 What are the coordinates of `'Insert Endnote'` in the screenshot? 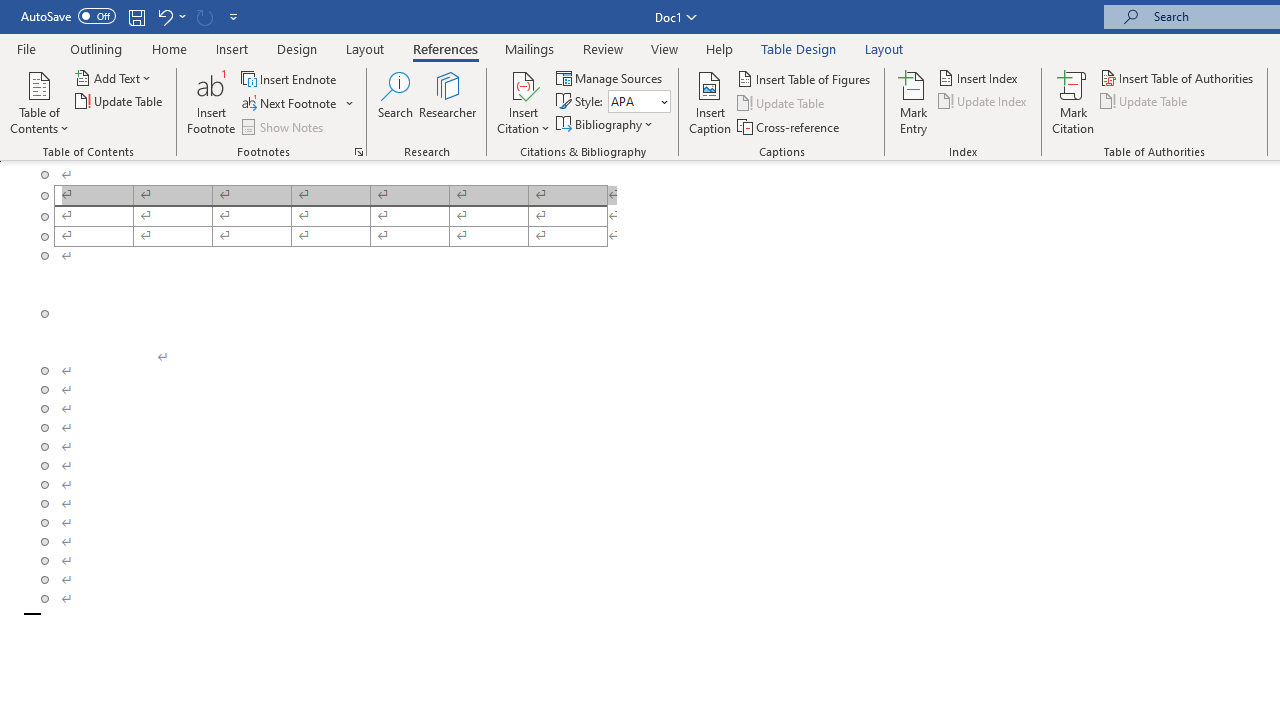 It's located at (289, 78).